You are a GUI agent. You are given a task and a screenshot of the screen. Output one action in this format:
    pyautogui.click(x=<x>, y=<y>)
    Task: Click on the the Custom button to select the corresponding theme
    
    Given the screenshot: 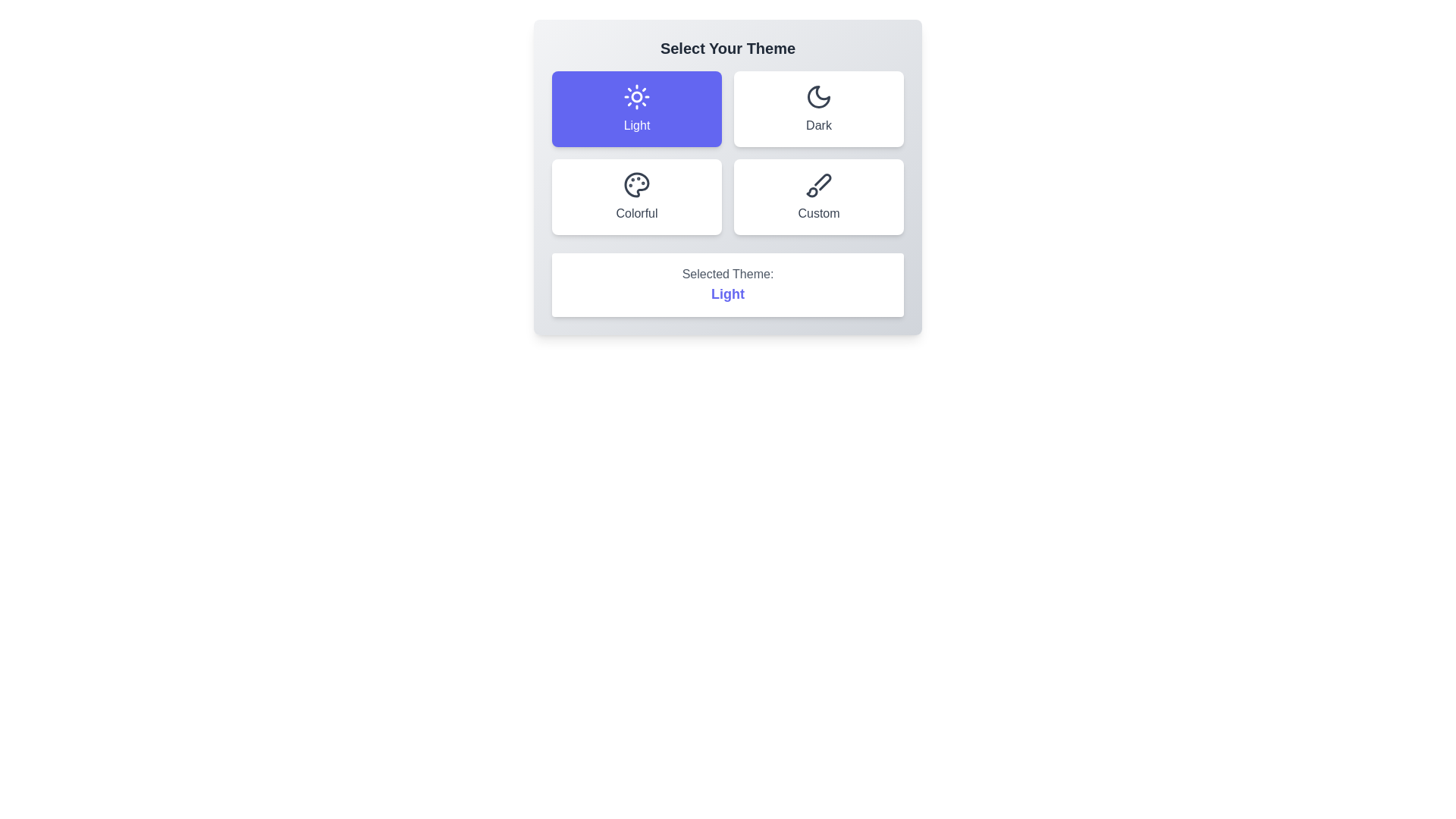 What is the action you would take?
    pyautogui.click(x=818, y=196)
    